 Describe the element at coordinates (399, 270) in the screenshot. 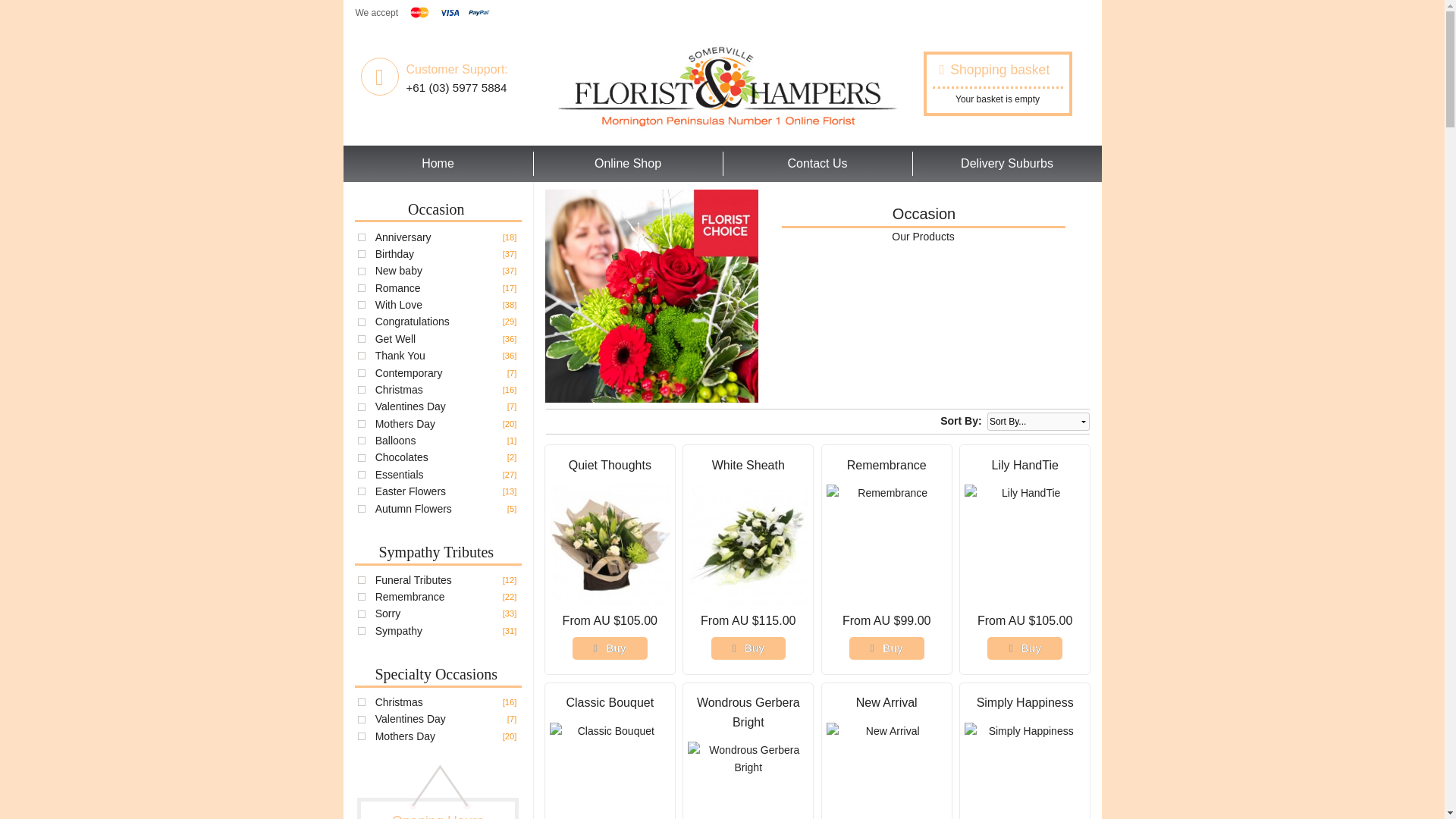

I see `'New baby` at that location.